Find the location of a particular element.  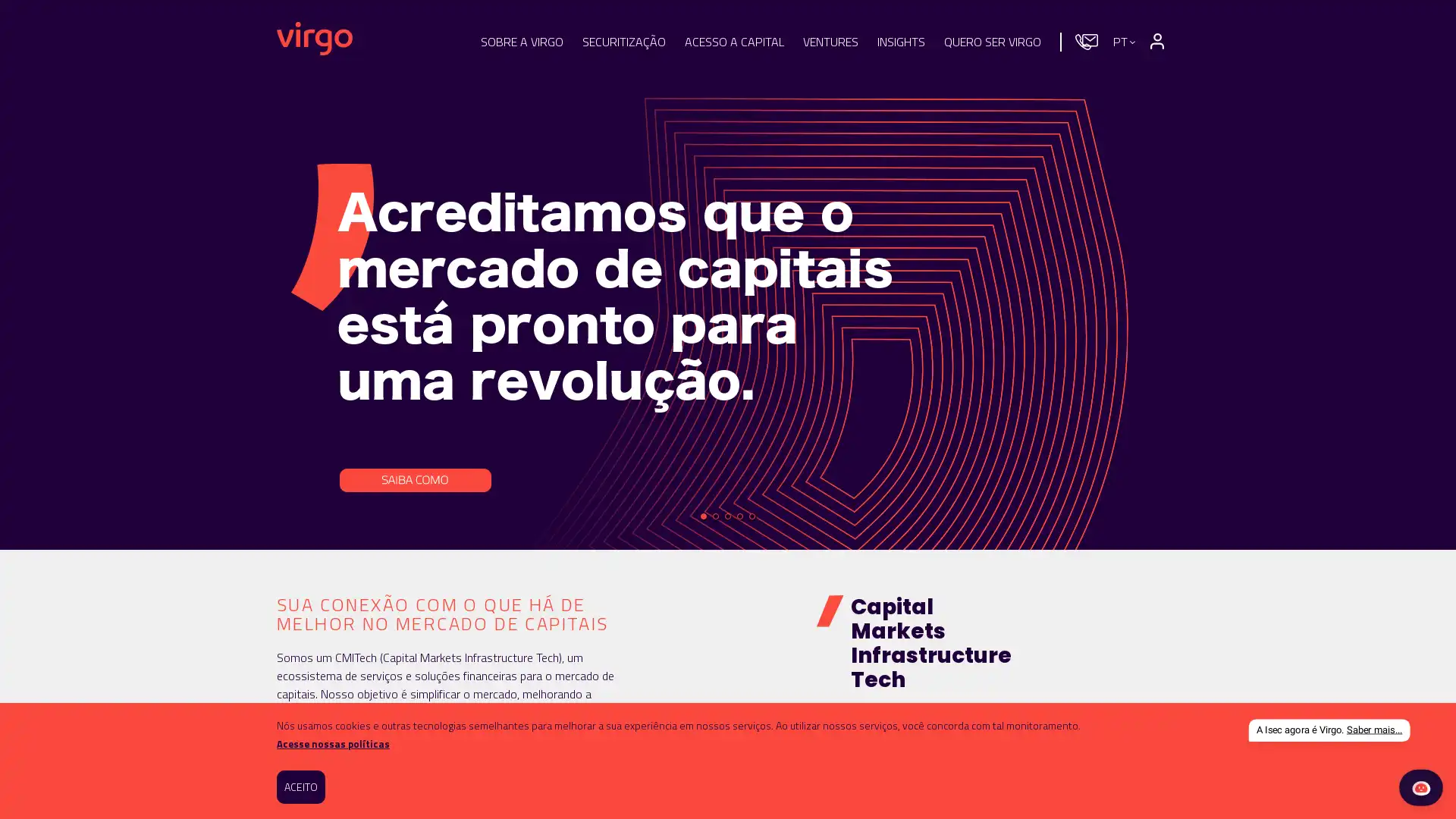

Go to slide 1 is located at coordinates (702, 516).